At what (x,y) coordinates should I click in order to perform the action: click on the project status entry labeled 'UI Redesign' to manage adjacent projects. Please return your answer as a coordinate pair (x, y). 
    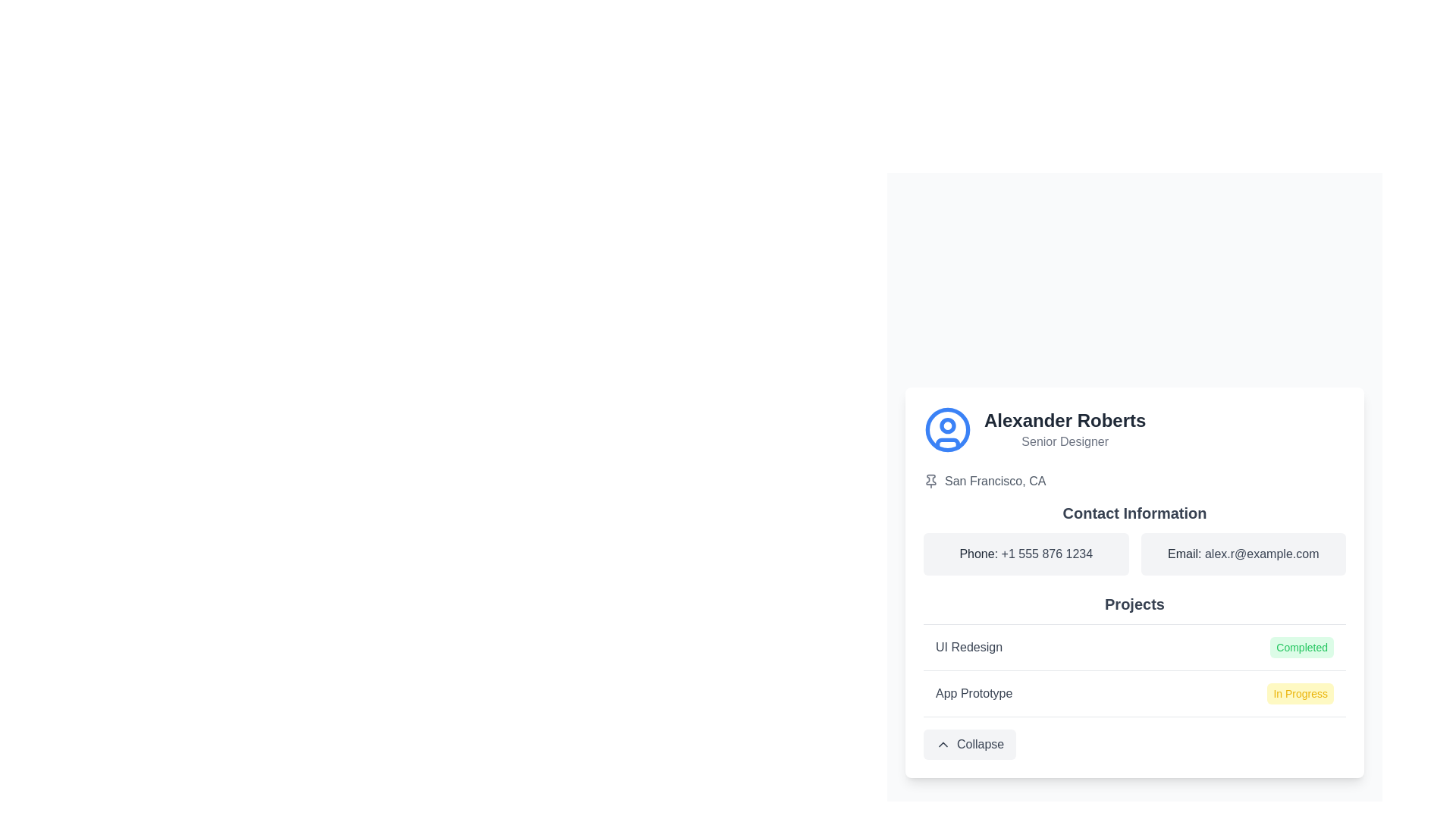
    Looking at the image, I should click on (1134, 646).